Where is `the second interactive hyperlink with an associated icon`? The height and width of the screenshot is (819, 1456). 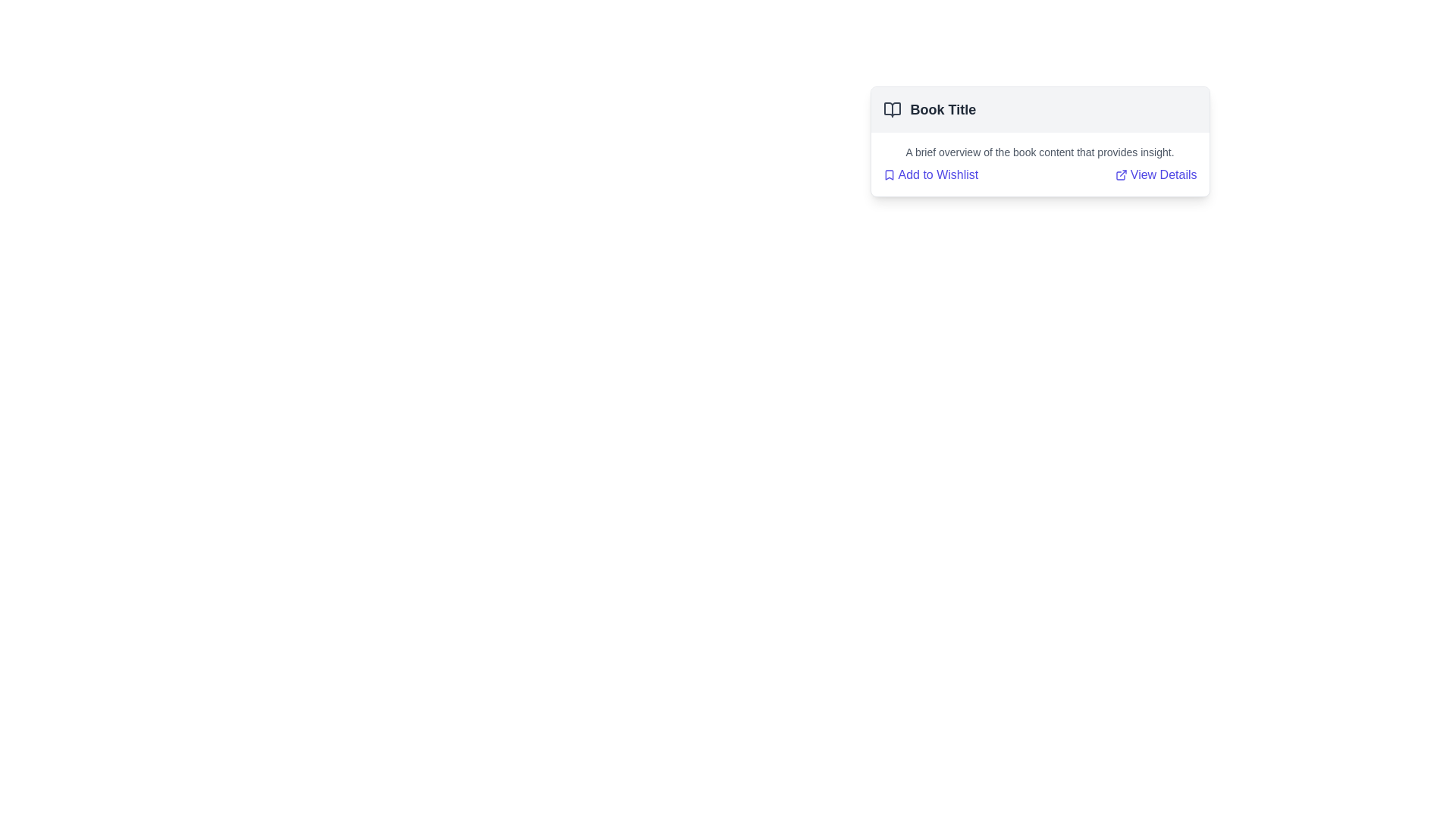
the second interactive hyperlink with an associated icon is located at coordinates (1154, 174).